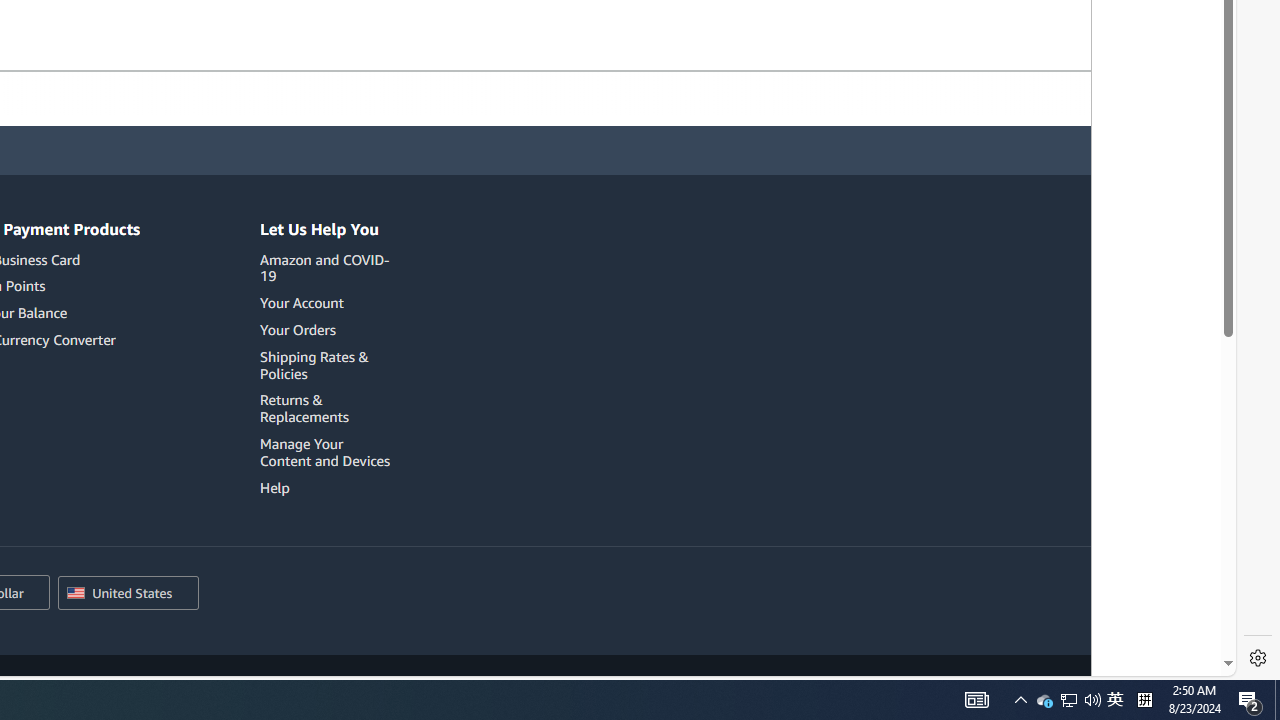 The width and height of the screenshot is (1280, 720). Describe the element at coordinates (328, 303) in the screenshot. I see `'Your Account'` at that location.